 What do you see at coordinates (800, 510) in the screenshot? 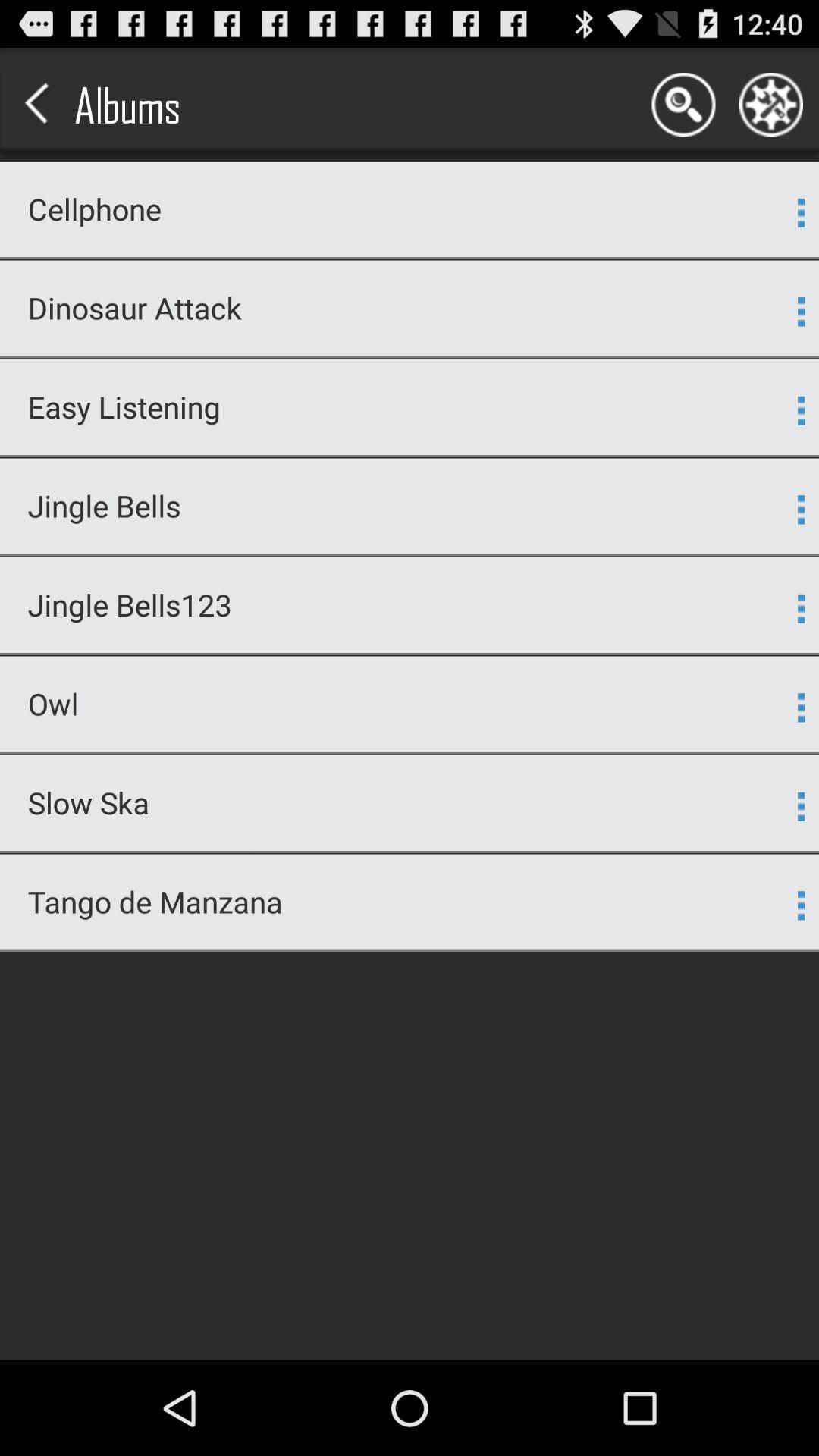
I see `app next to the jingle bells item` at bounding box center [800, 510].